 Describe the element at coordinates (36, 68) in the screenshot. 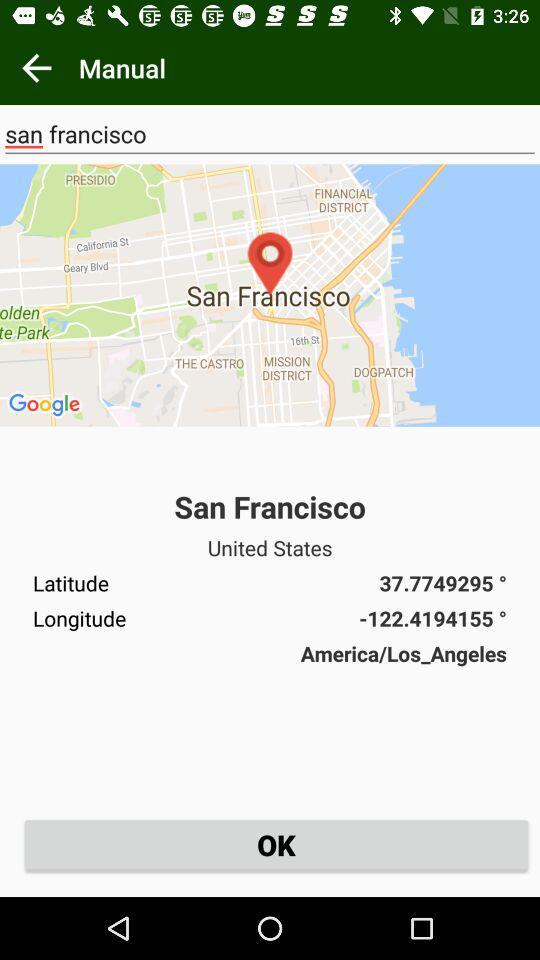

I see `go back` at that location.